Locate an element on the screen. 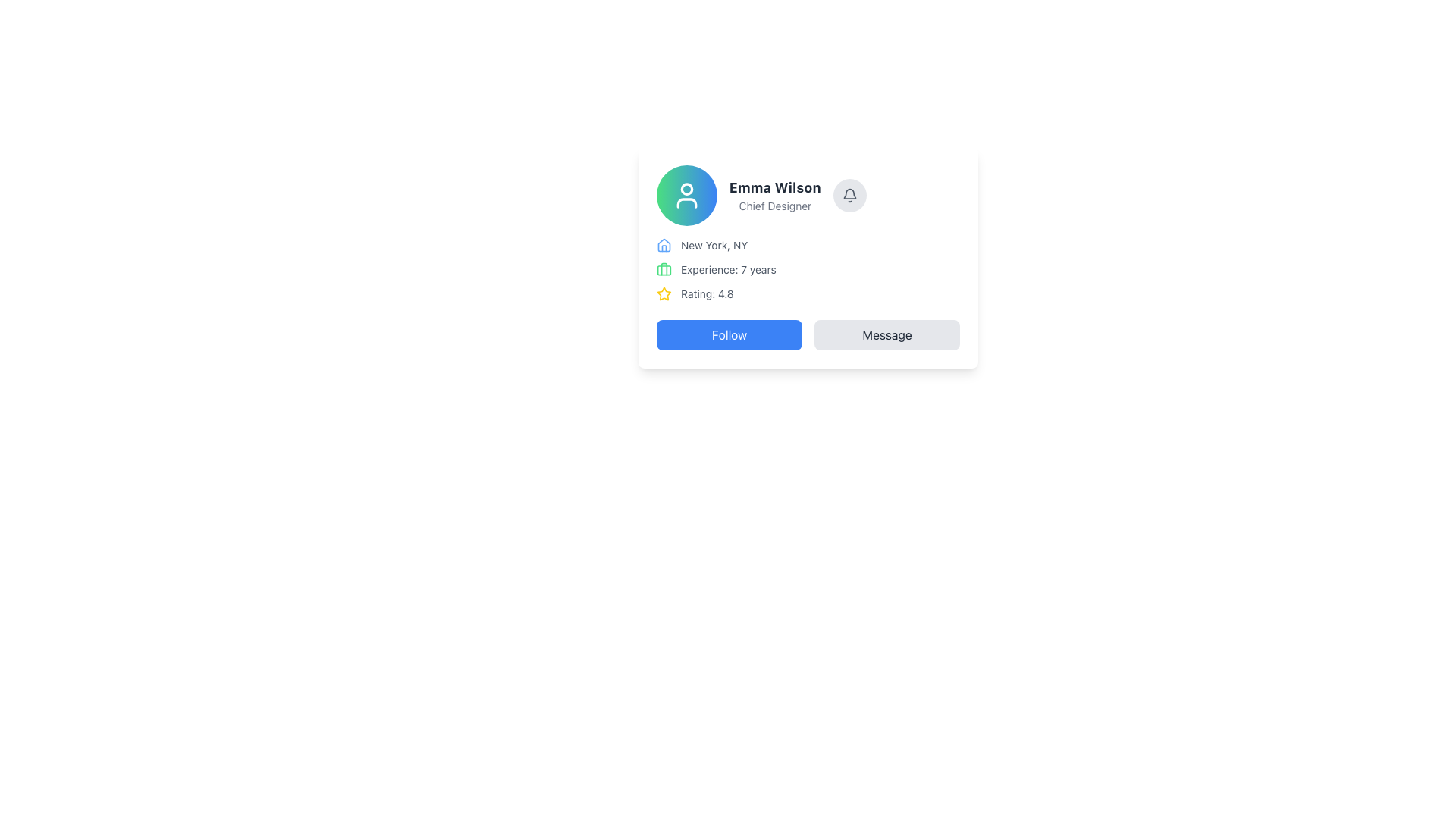 Image resolution: width=1456 pixels, height=819 pixels. the rightmost button in the two-button layout is located at coordinates (887, 334).